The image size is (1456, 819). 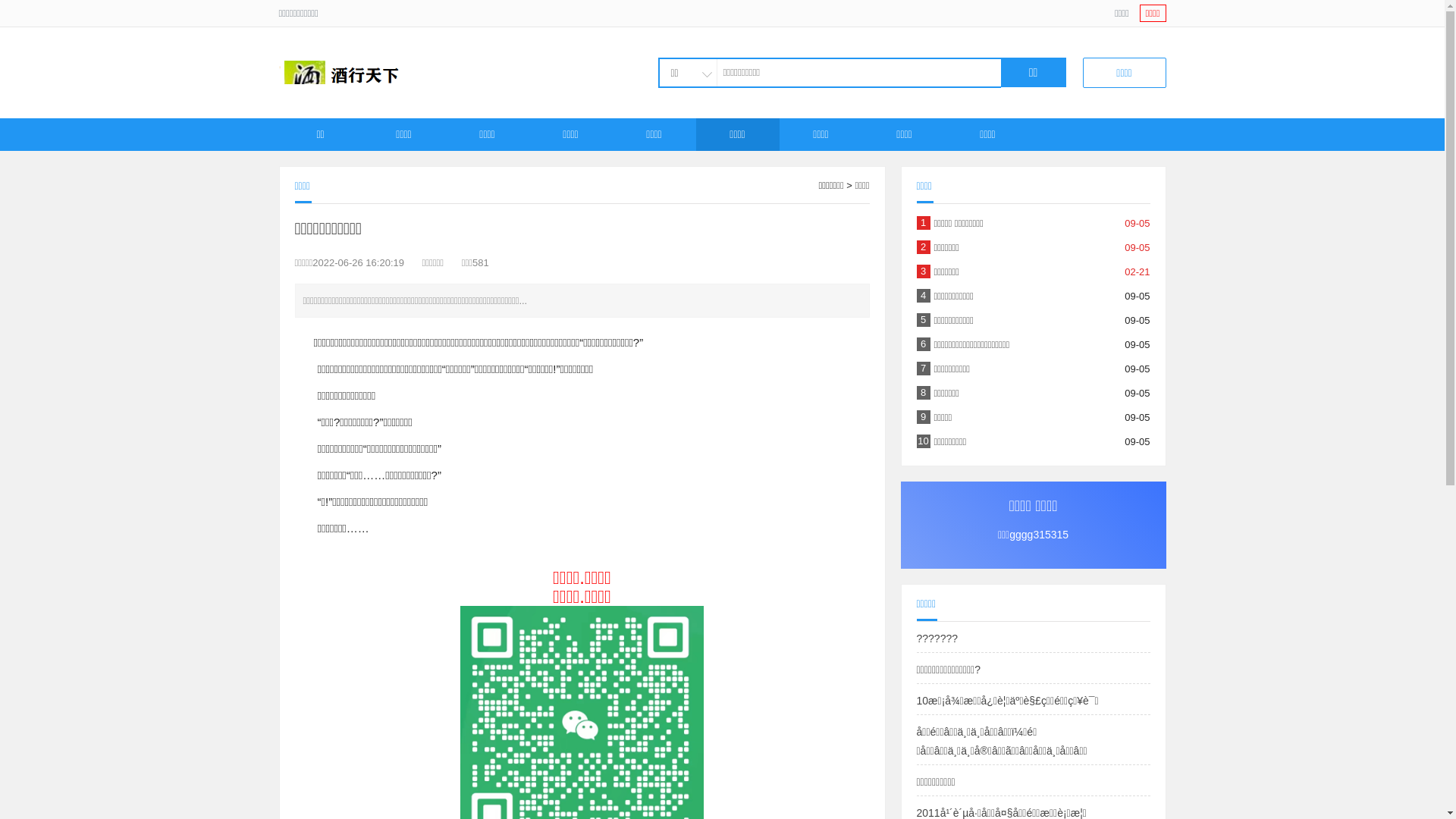 What do you see at coordinates (915, 638) in the screenshot?
I see `'???????'` at bounding box center [915, 638].